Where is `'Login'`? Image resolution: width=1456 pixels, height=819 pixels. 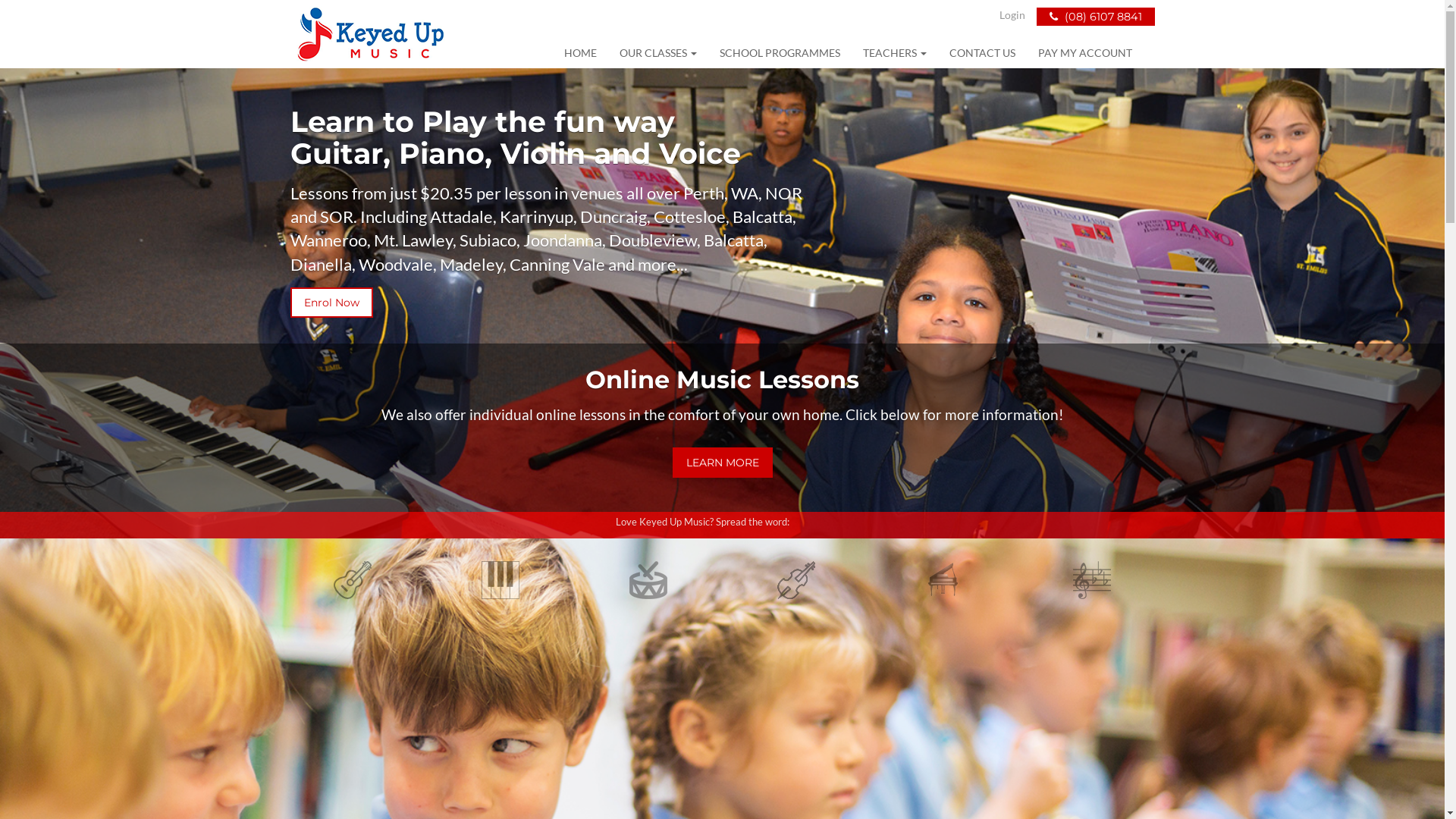 'Login' is located at coordinates (1012, 14).